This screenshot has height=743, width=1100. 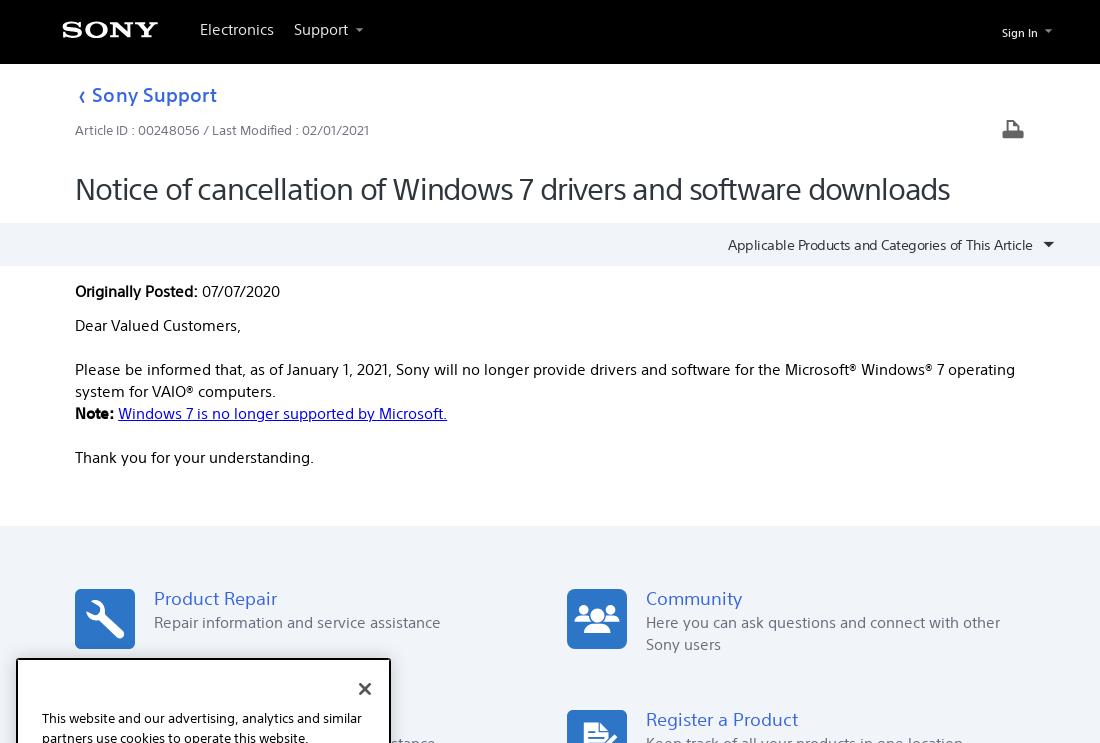 I want to click on '07/07/2020', so click(x=239, y=291).